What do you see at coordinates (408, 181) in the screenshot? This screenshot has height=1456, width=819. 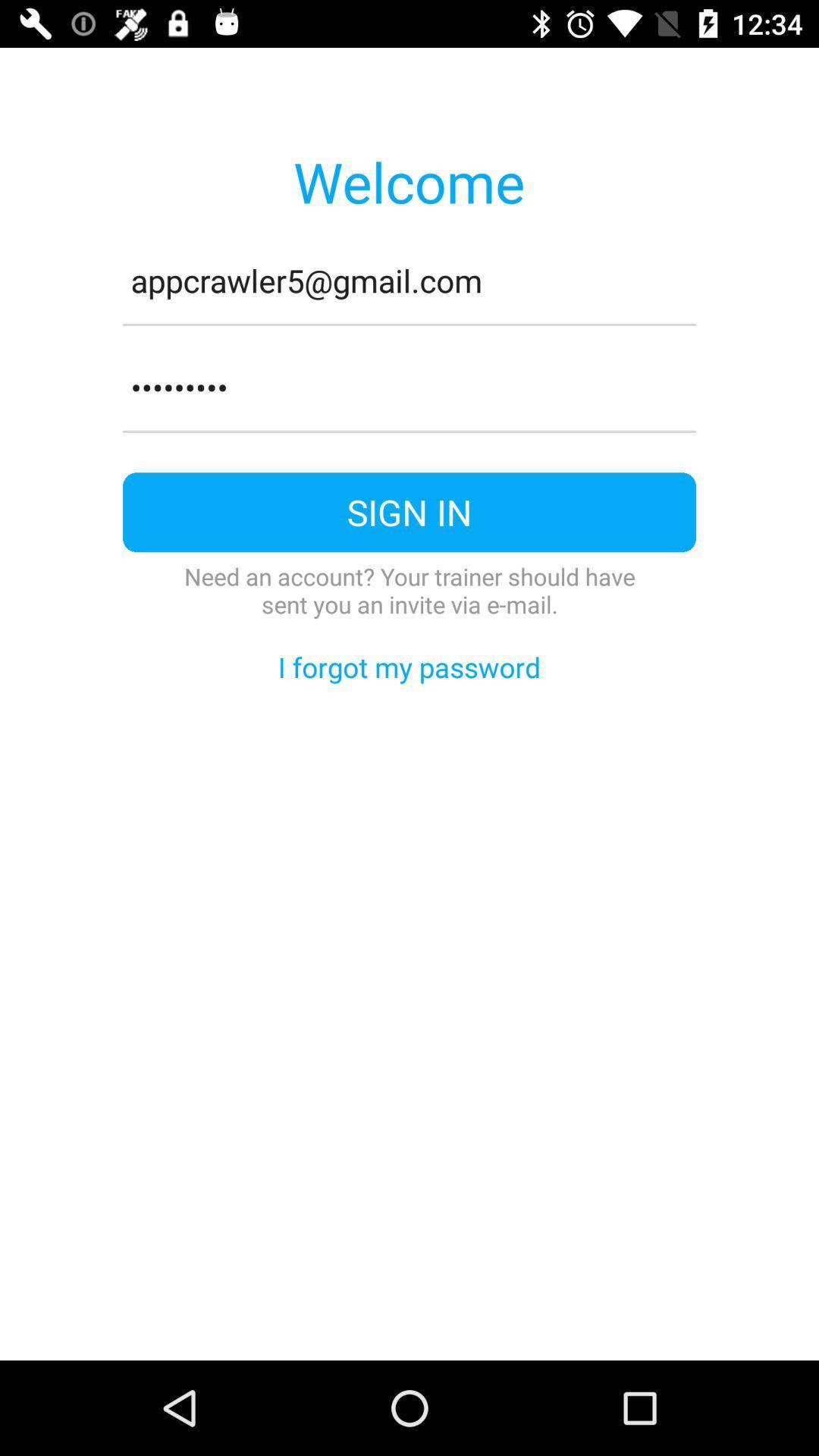 I see `the icon above appcrawler5@gmail.com` at bounding box center [408, 181].